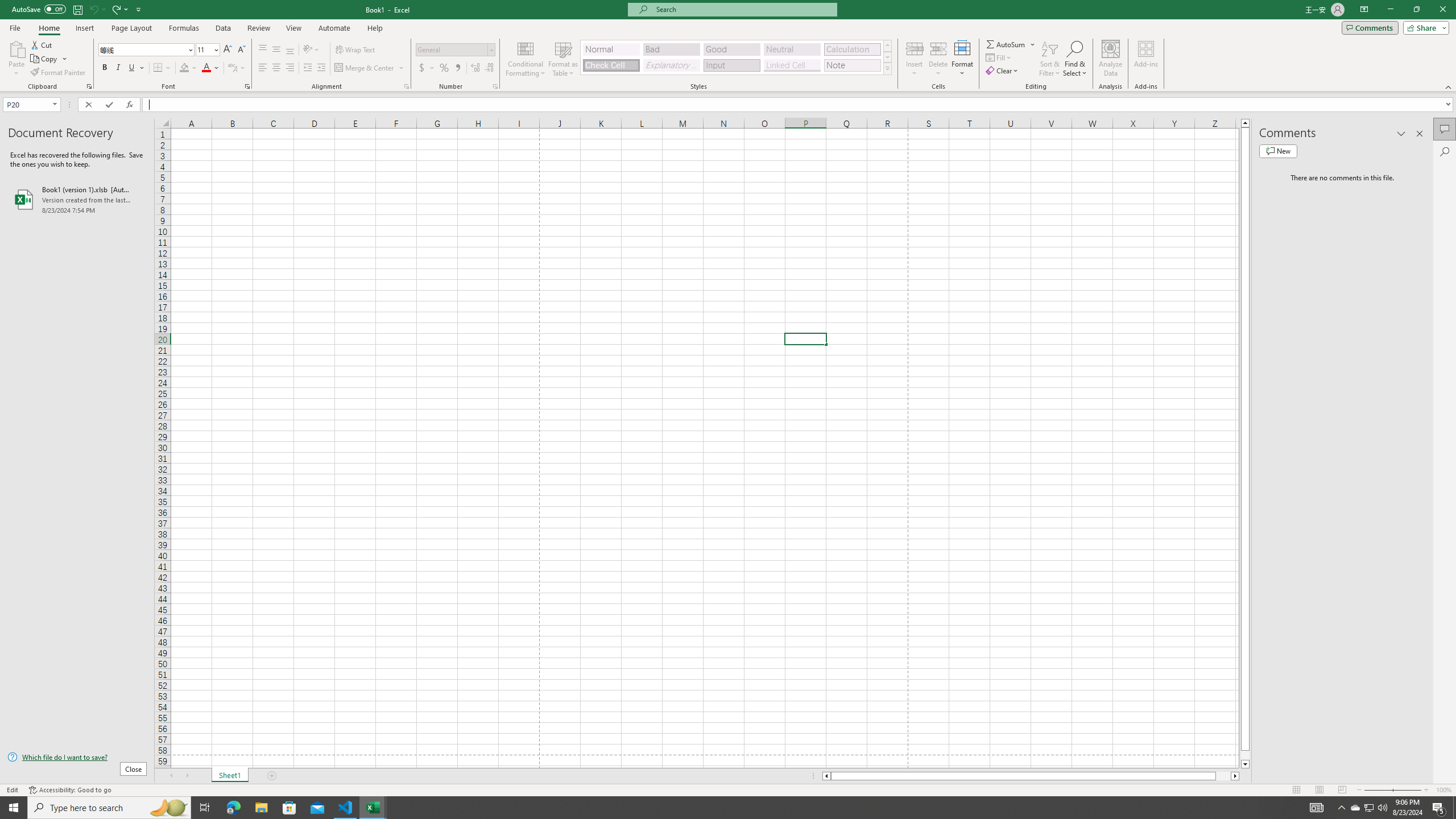 The width and height of the screenshot is (1456, 819). What do you see at coordinates (44, 59) in the screenshot?
I see `'Copy'` at bounding box center [44, 59].